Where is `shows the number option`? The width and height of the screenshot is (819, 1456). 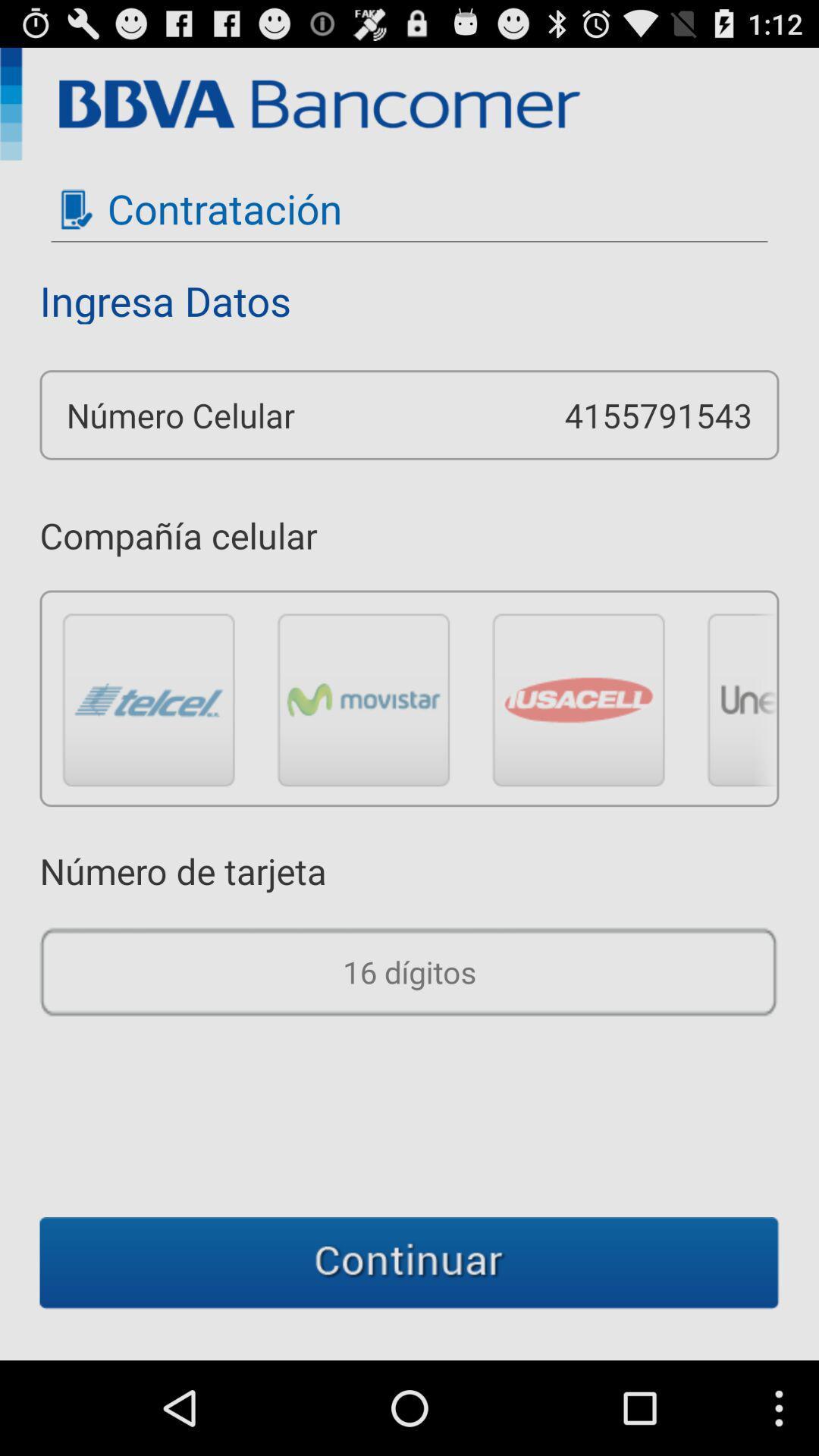 shows the number option is located at coordinates (409, 971).